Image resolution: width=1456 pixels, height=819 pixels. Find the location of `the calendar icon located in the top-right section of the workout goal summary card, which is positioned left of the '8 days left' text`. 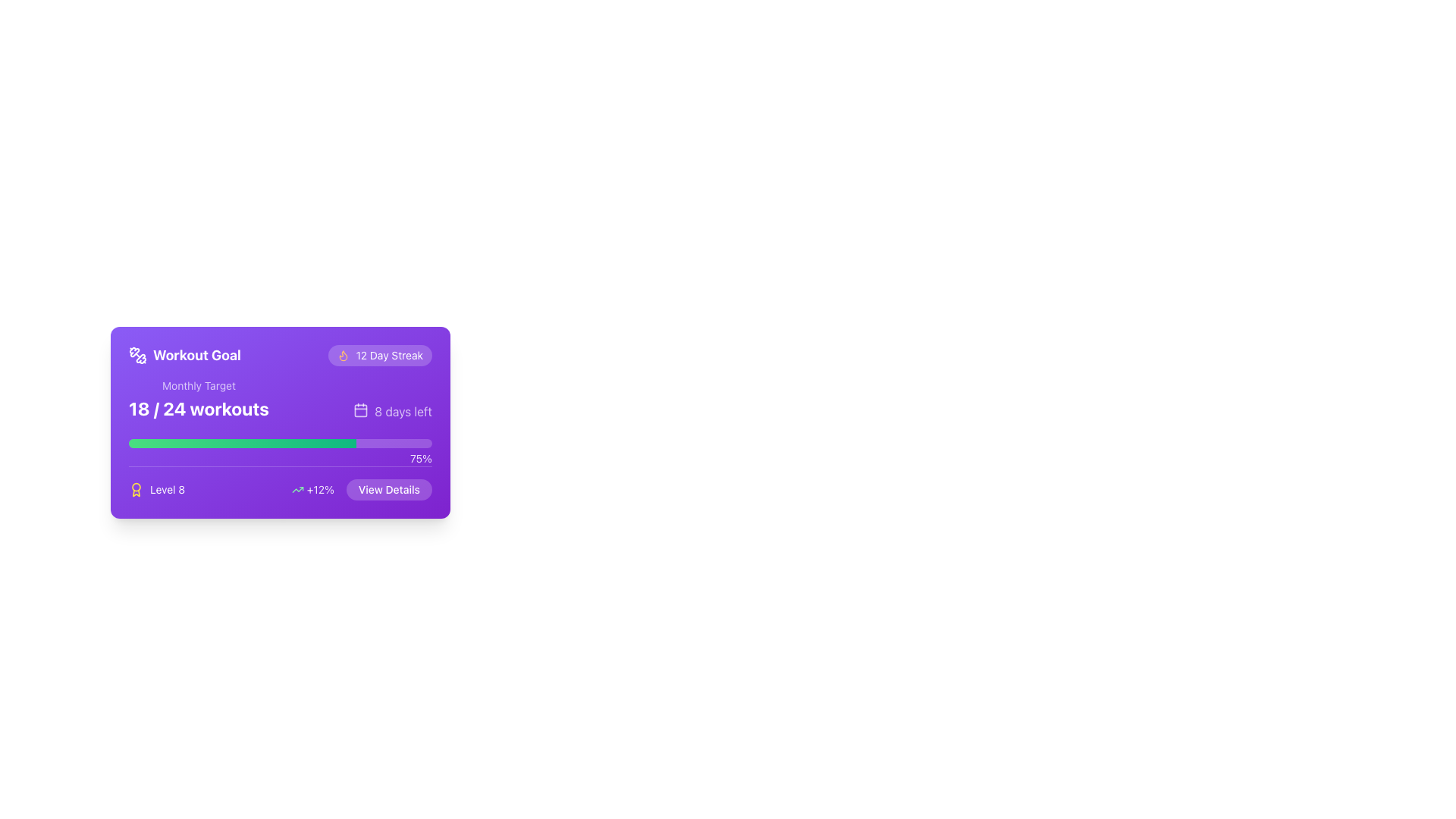

the calendar icon located in the top-right section of the workout goal summary card, which is positioned left of the '8 days left' text is located at coordinates (360, 409).